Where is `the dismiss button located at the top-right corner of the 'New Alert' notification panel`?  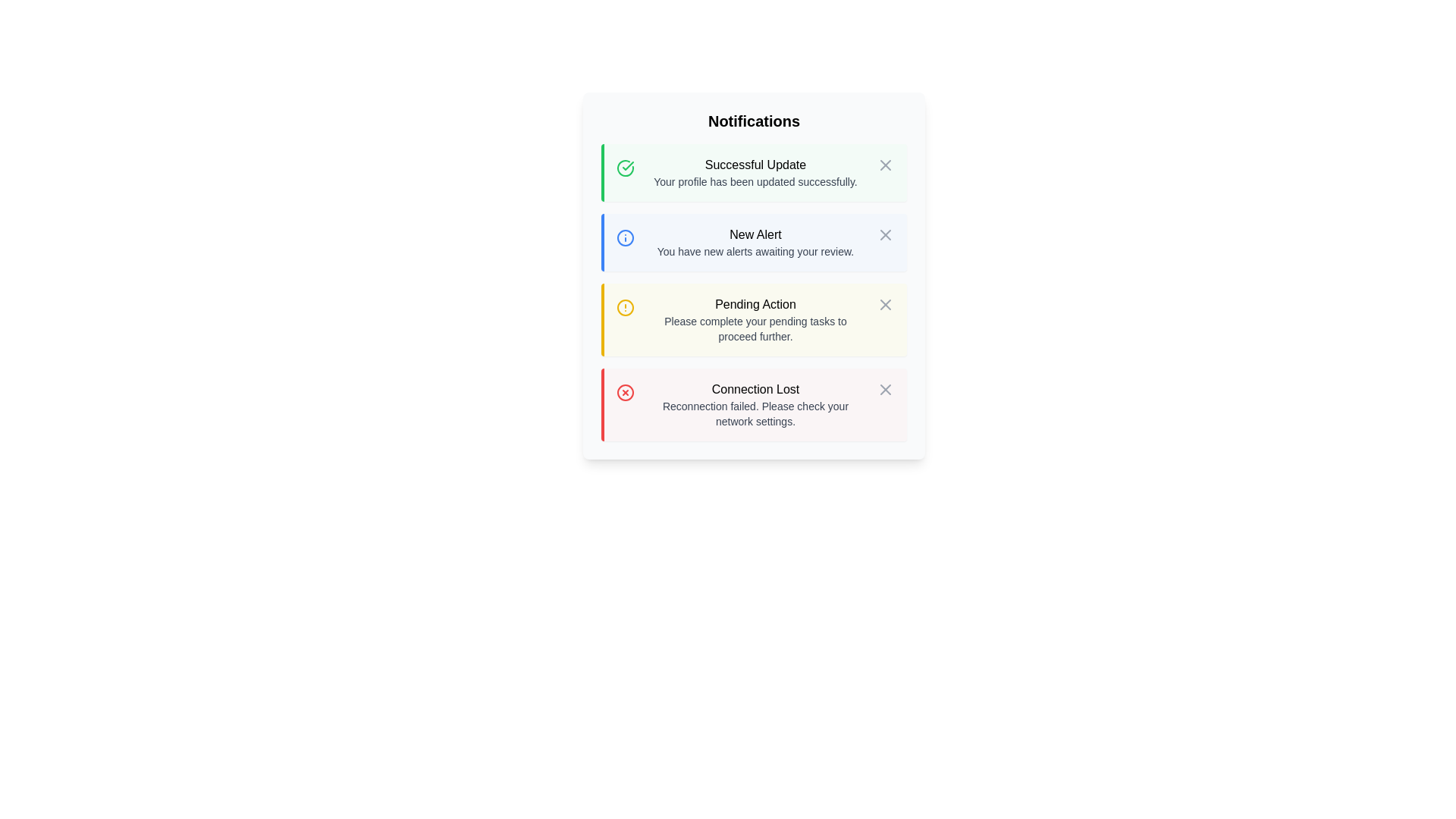 the dismiss button located at the top-right corner of the 'New Alert' notification panel is located at coordinates (885, 234).